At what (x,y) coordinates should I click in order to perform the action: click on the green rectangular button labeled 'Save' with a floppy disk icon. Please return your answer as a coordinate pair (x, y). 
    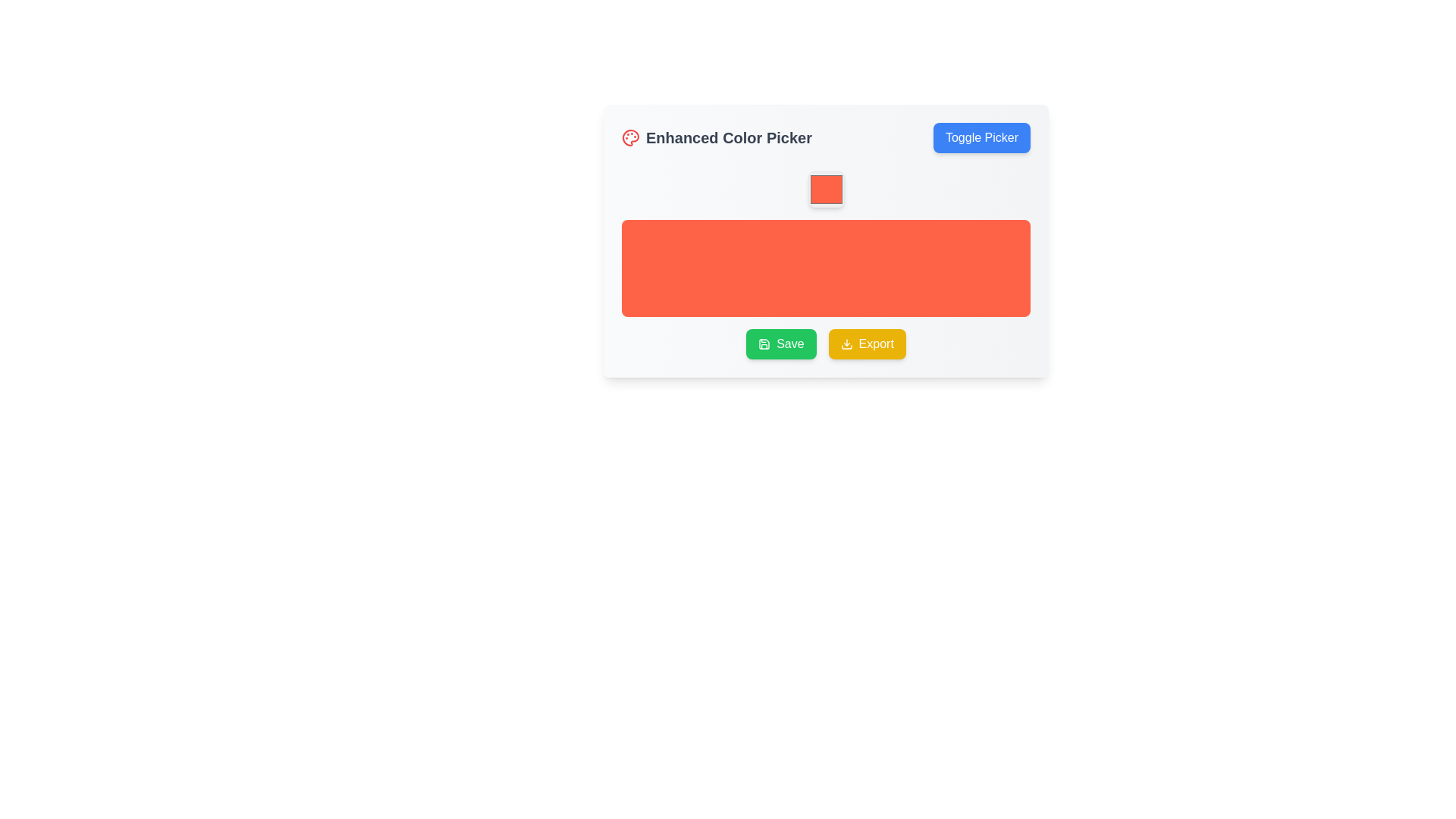
    Looking at the image, I should click on (781, 344).